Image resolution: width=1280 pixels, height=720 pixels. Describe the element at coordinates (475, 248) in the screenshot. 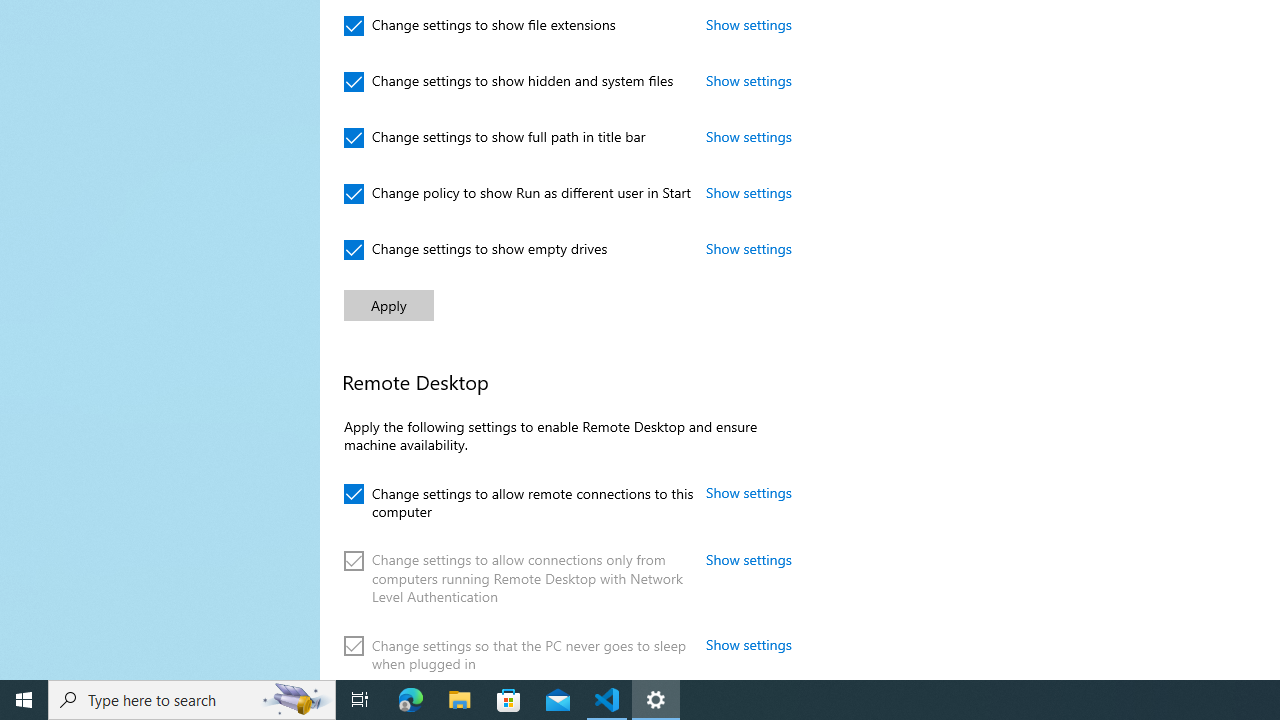

I see `'Change settings to show empty drives'` at that location.